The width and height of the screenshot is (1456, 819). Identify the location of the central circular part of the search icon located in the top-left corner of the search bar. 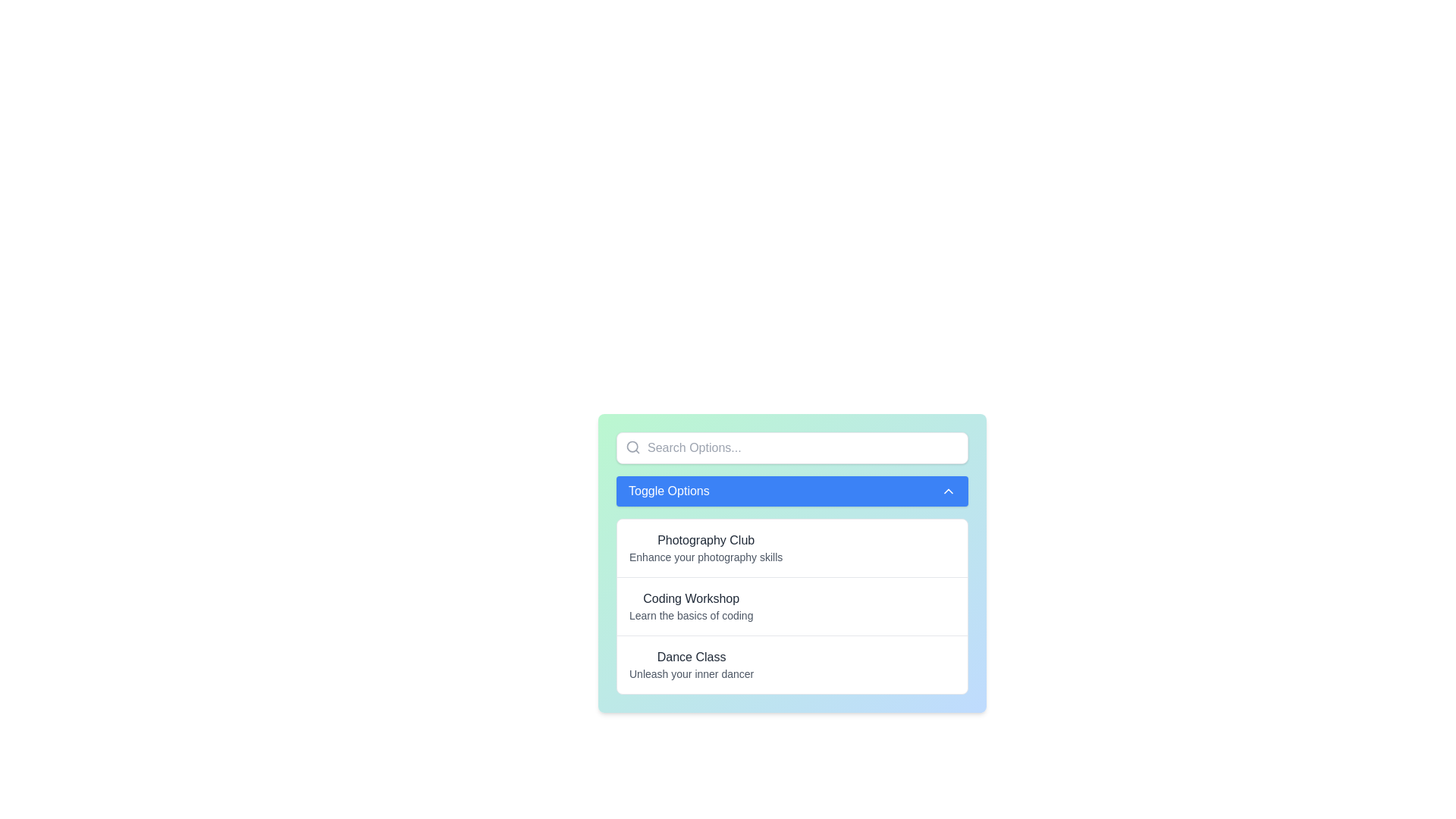
(632, 446).